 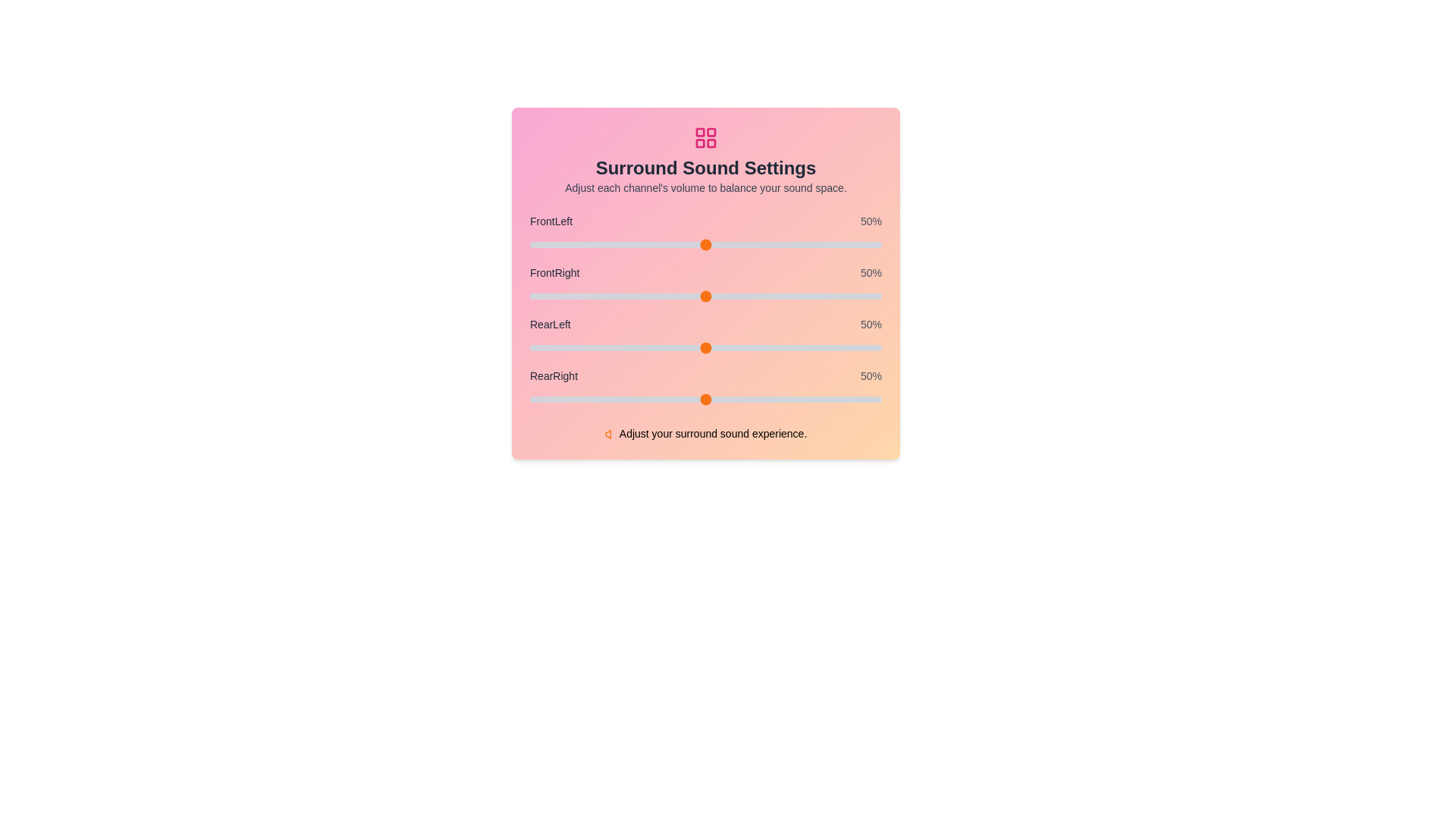 What do you see at coordinates (705, 137) in the screenshot?
I see `the icon next to the title` at bounding box center [705, 137].